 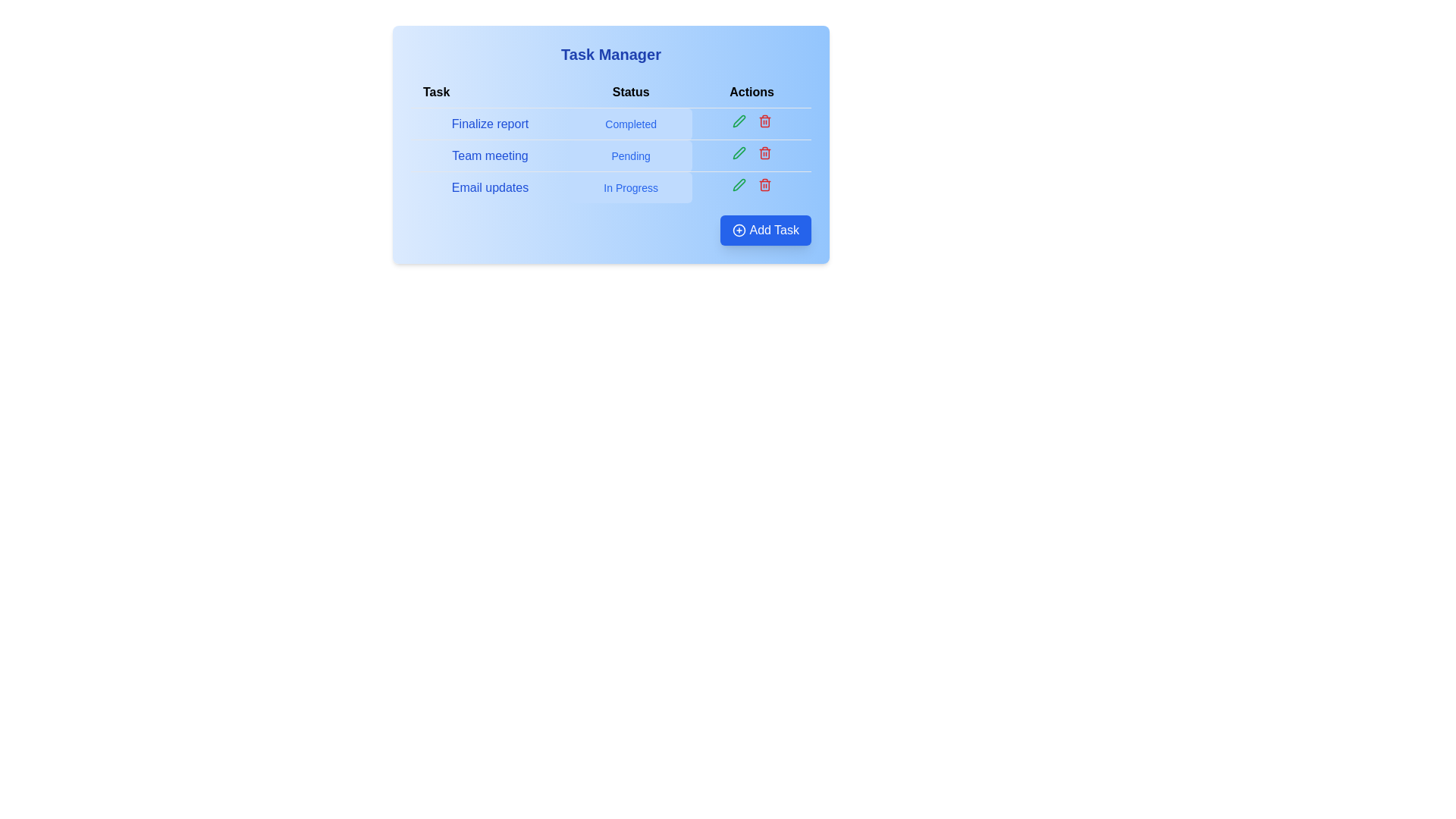 I want to click on 'Add Task' button to add a new task, so click(x=765, y=231).